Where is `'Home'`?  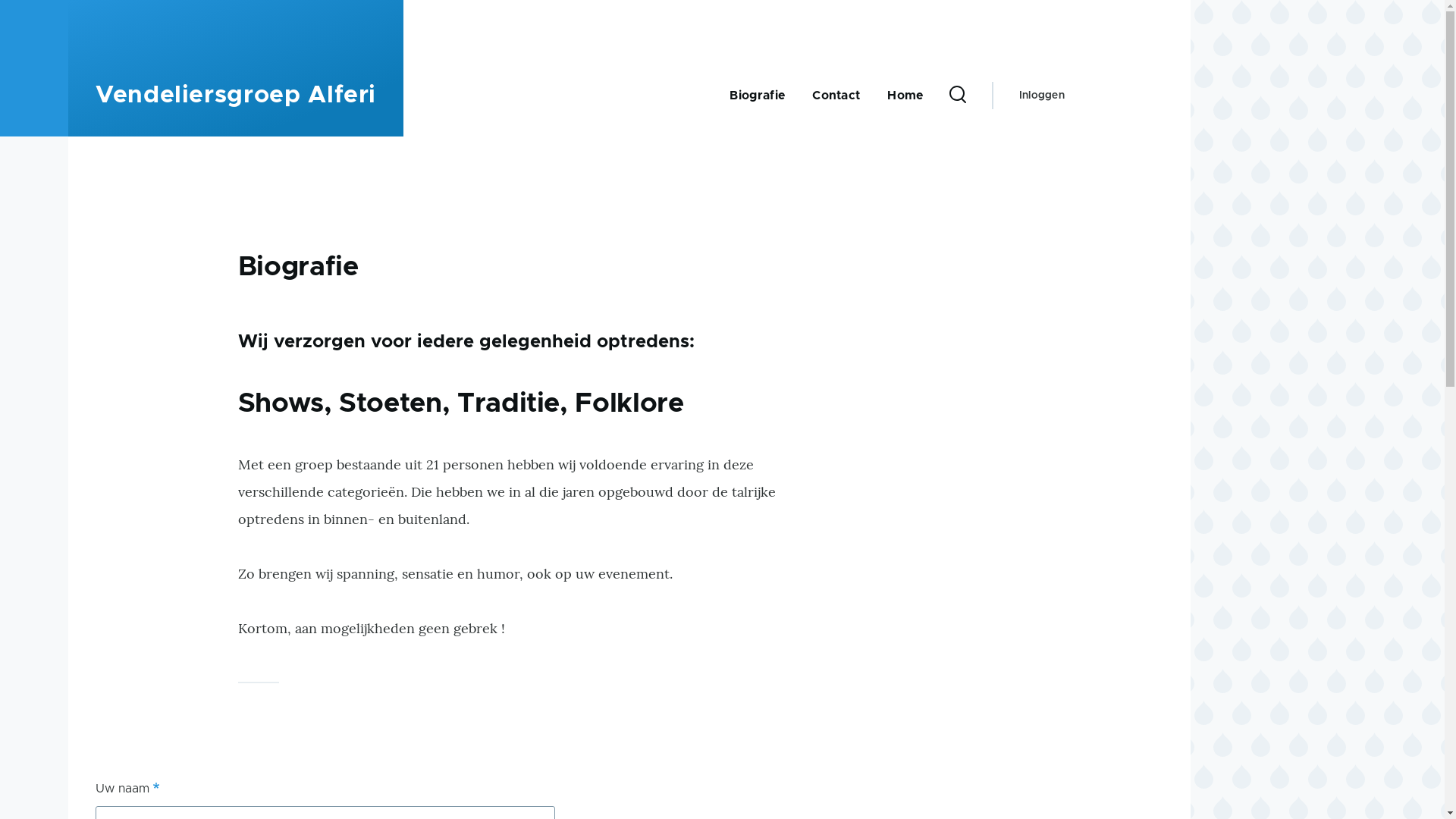
'Home' is located at coordinates (905, 95).